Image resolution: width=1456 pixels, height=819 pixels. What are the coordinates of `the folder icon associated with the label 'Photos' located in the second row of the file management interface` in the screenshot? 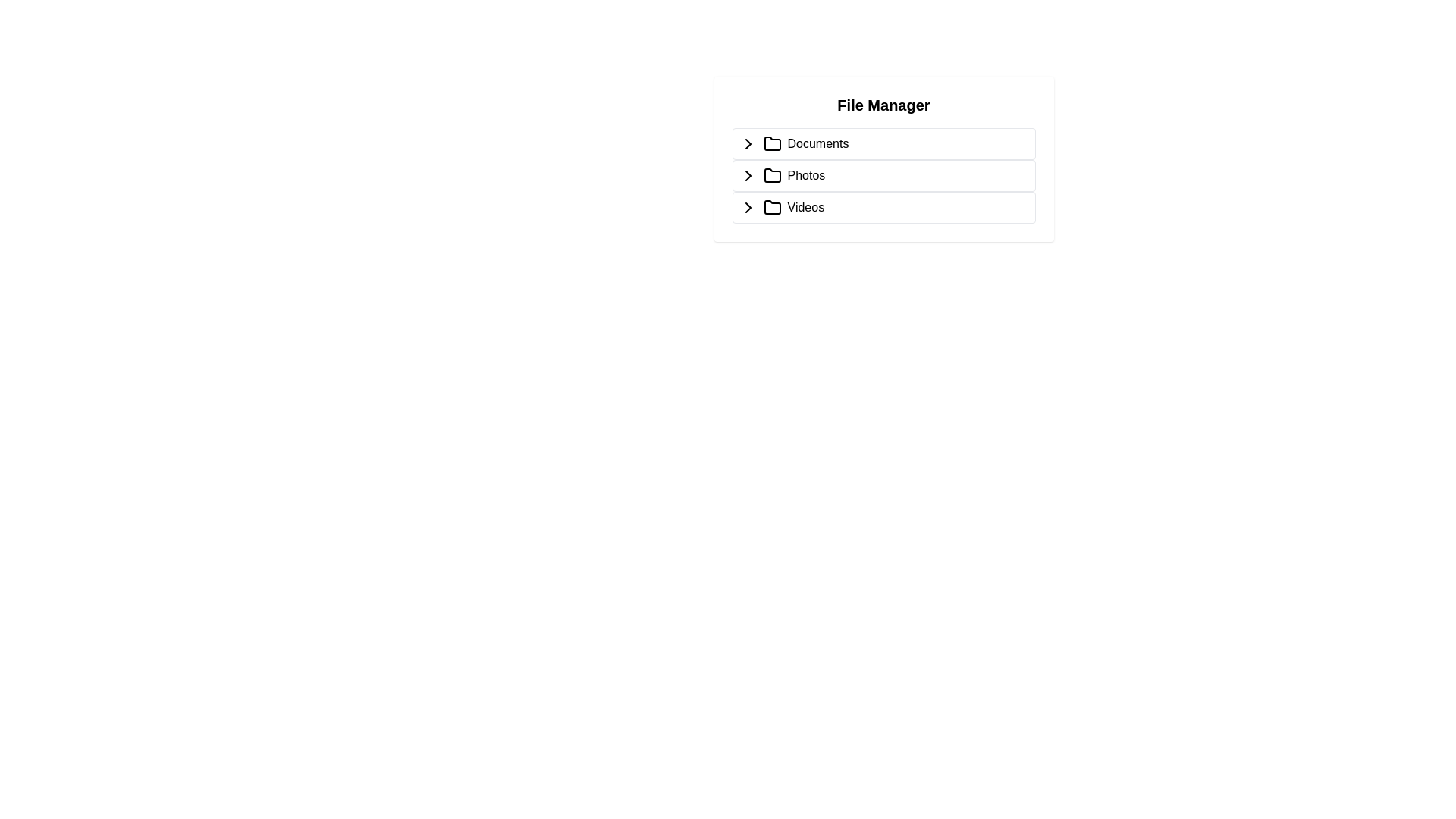 It's located at (772, 174).